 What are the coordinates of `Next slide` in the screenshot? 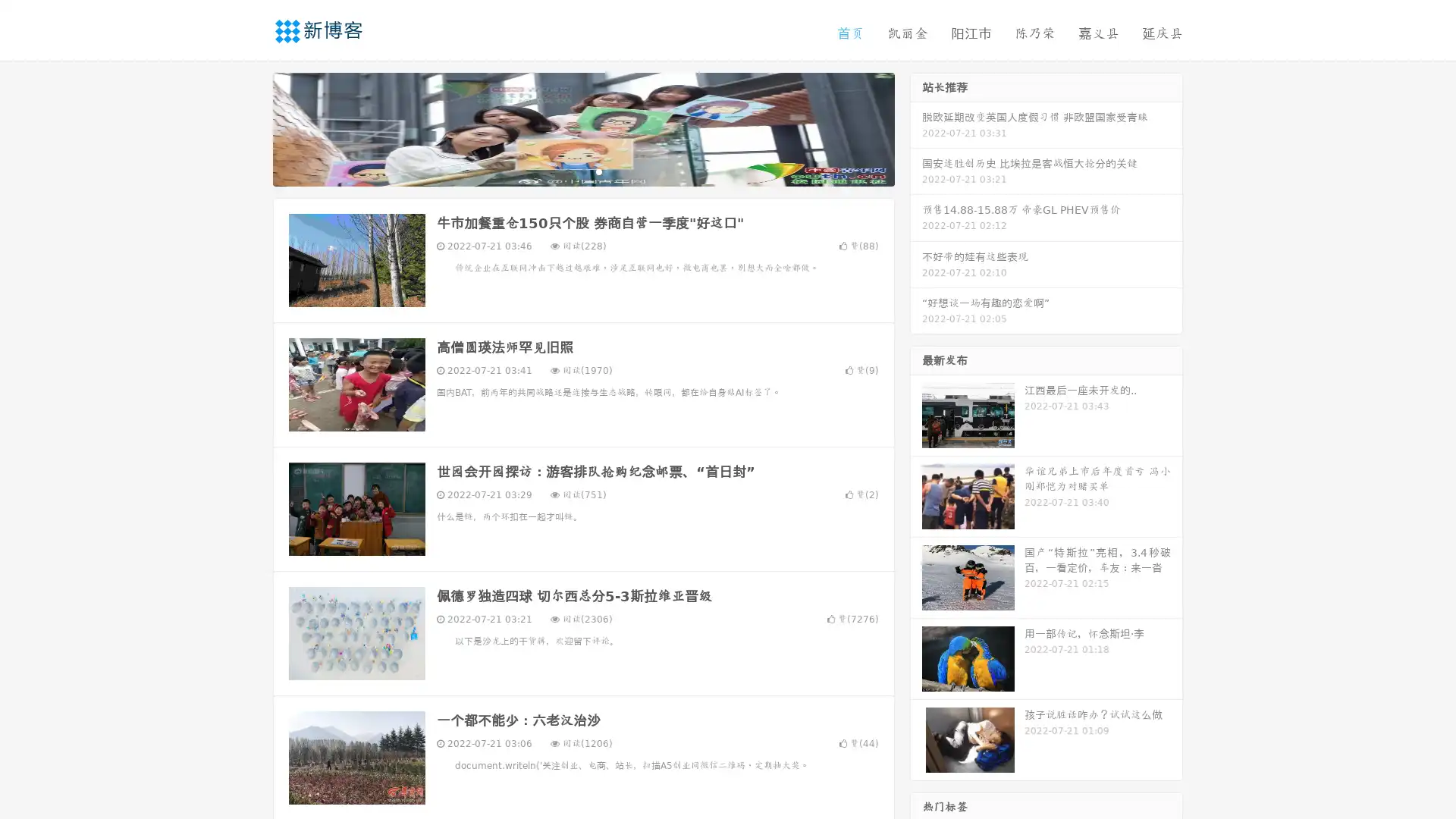 It's located at (916, 127).